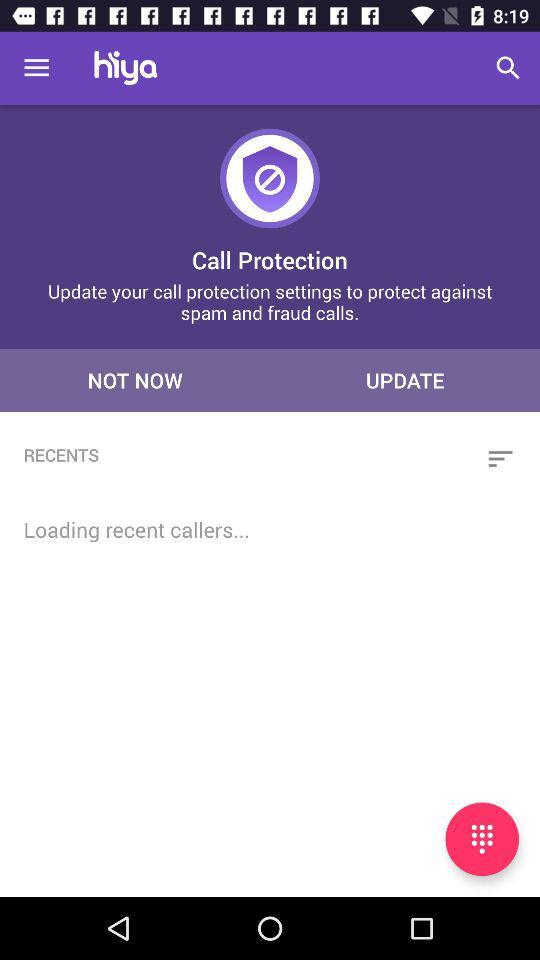 Image resolution: width=540 pixels, height=960 pixels. I want to click on the dialpad icon, so click(481, 839).